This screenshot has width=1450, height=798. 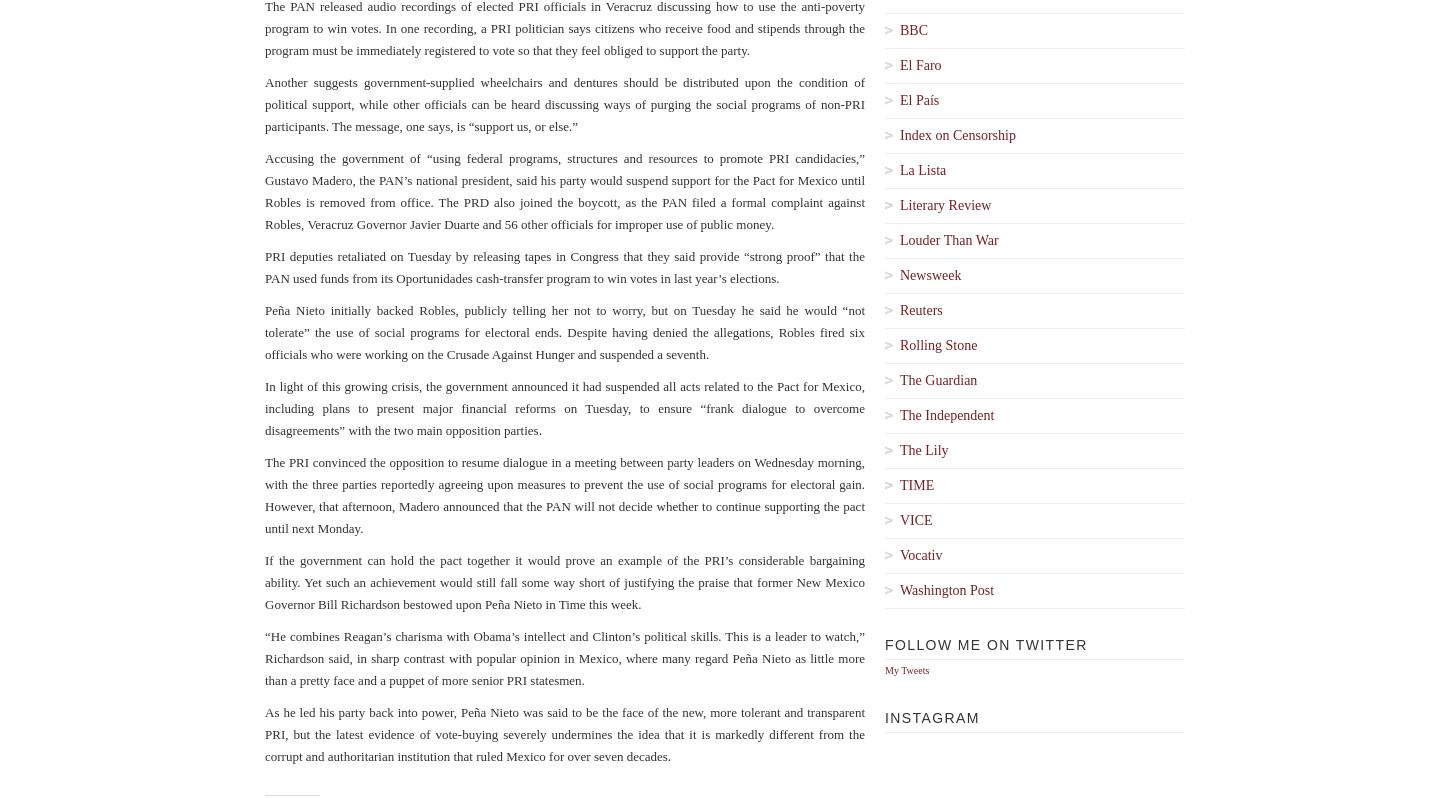 I want to click on 'As he led his party back into power, Peña Nieto was said to be the face of the new, more tolerant and transparent PRI, but the latest evidence of vote-buying severely undermines the idea that it is markedly different from the corrupt and authoritarian institution that ruled Mexico for over seven decades.', so click(x=565, y=734).